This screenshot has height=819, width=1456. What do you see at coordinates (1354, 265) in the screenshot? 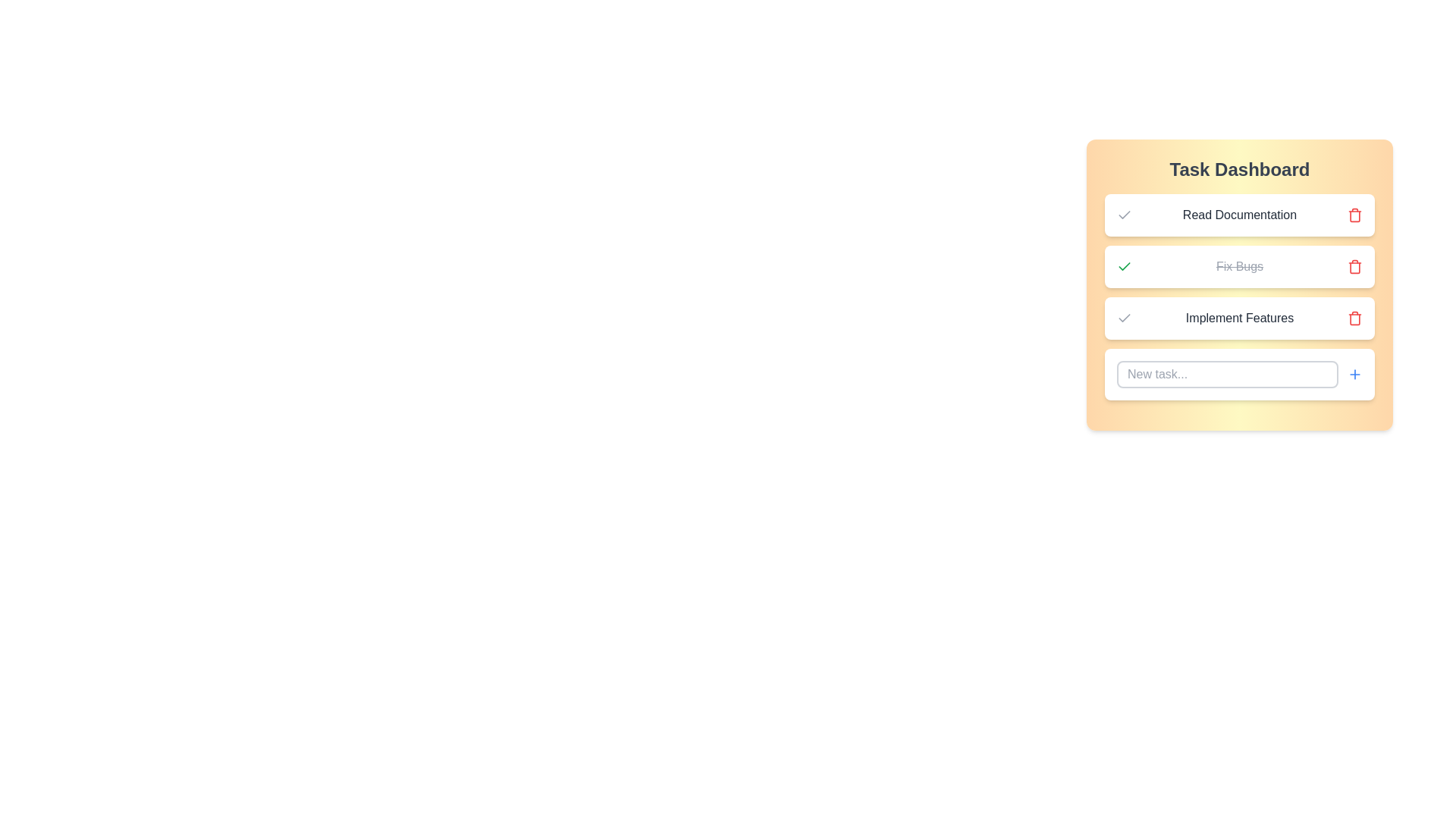
I see `the 'Trash' button of the task identified by Fix Bugs to remove it` at bounding box center [1354, 265].